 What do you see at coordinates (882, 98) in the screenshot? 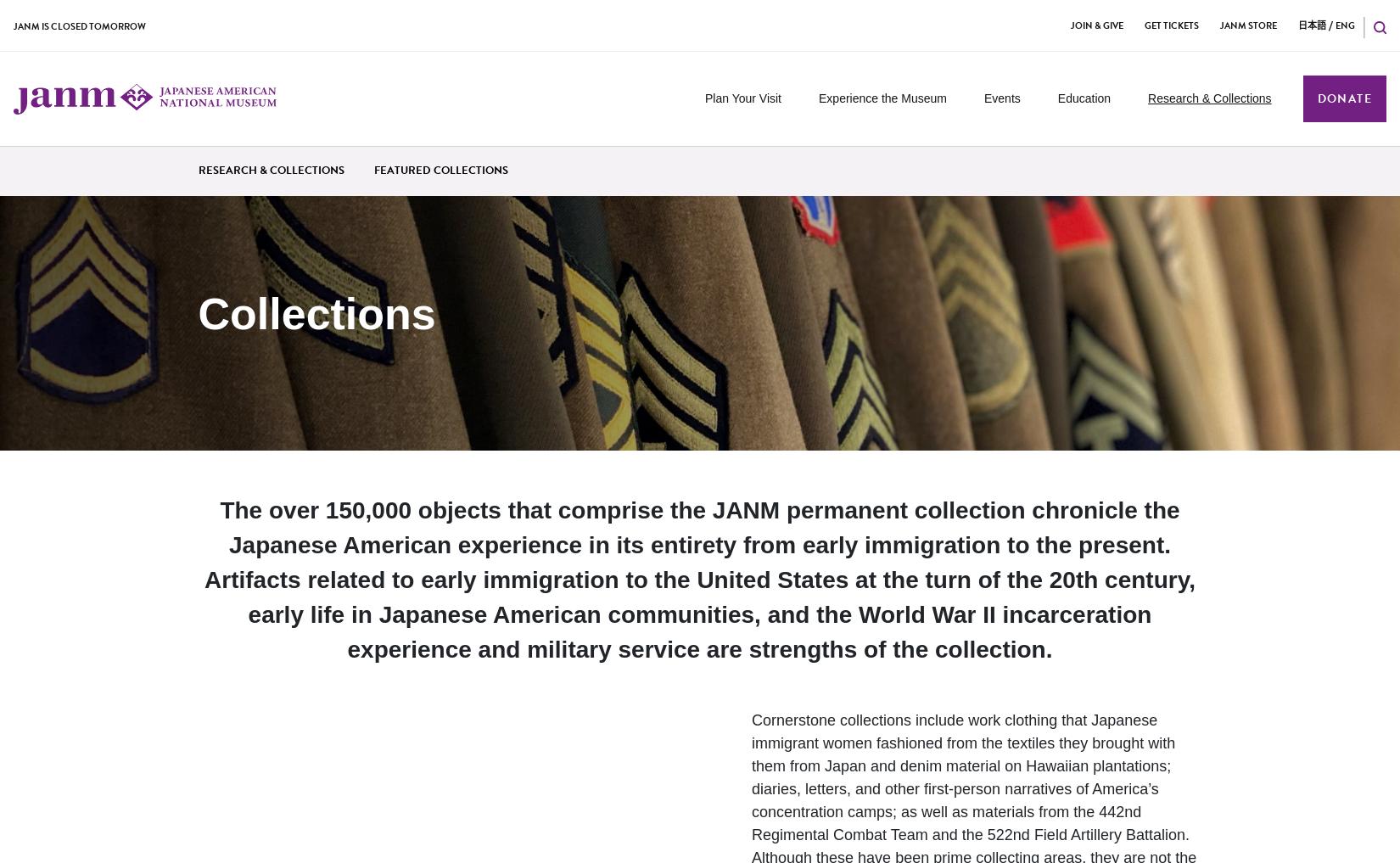
I see `'Experience the Museum'` at bounding box center [882, 98].